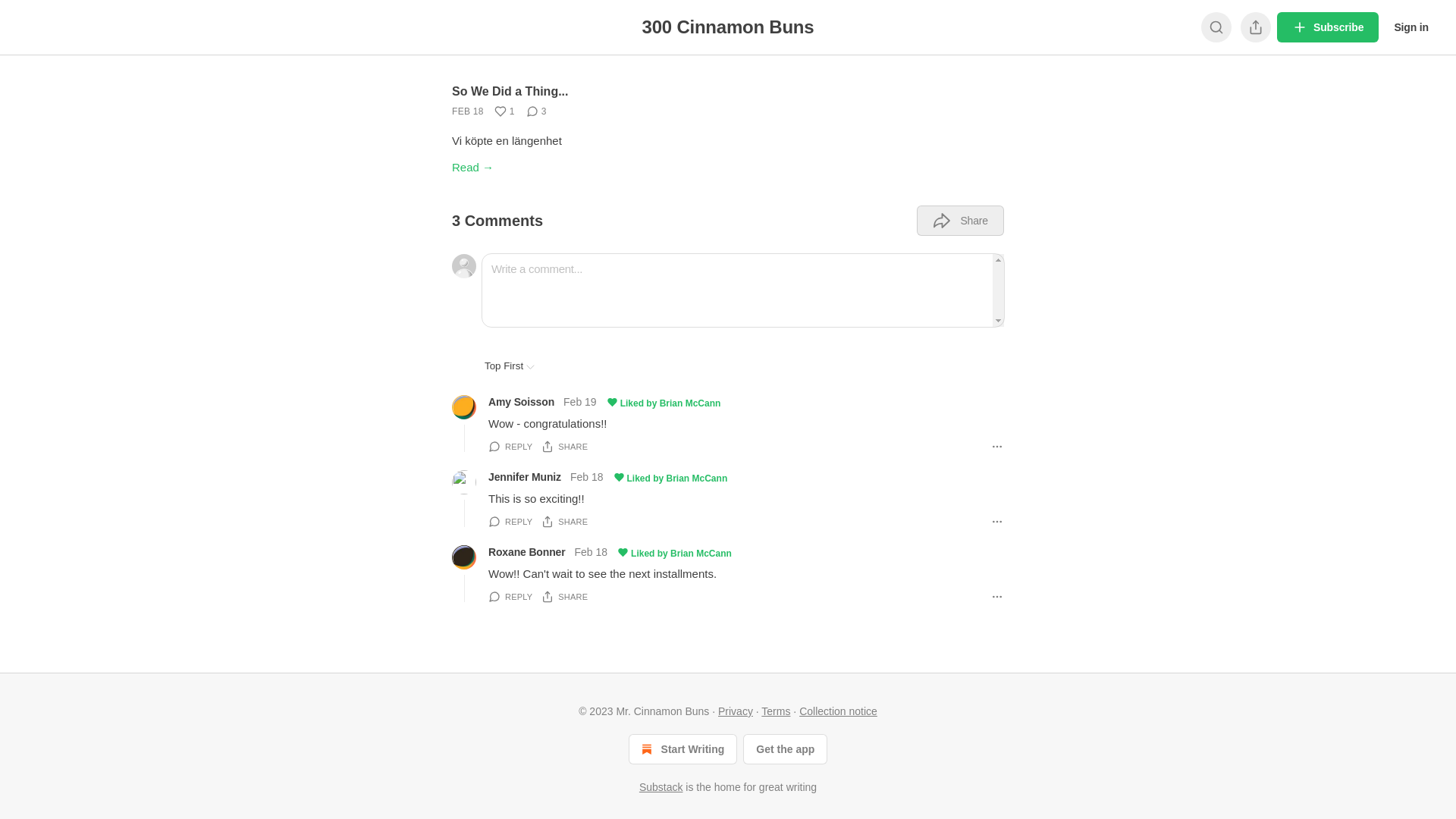 This screenshot has width=1456, height=819. Describe the element at coordinates (959, 220) in the screenshot. I see `'Share'` at that location.